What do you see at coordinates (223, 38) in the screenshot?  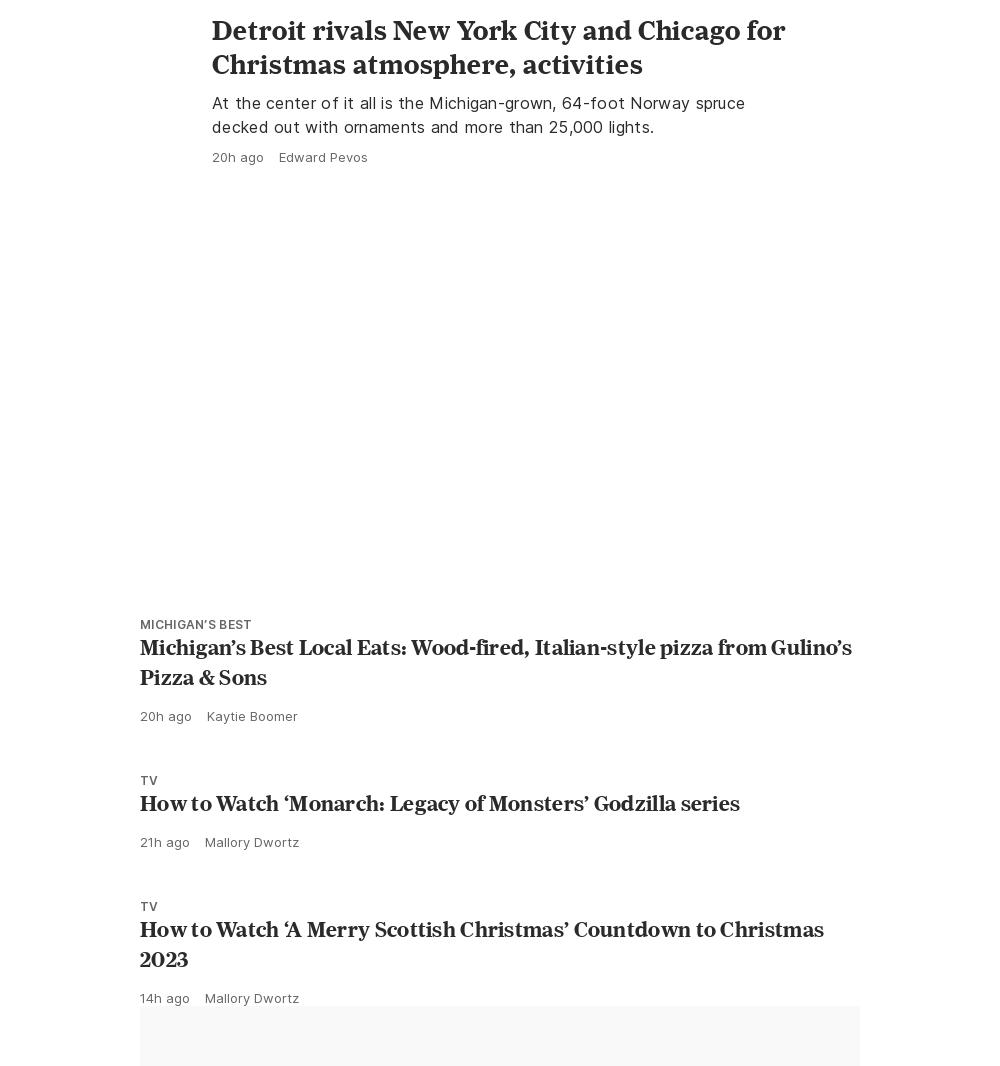 I see `'Life'` at bounding box center [223, 38].